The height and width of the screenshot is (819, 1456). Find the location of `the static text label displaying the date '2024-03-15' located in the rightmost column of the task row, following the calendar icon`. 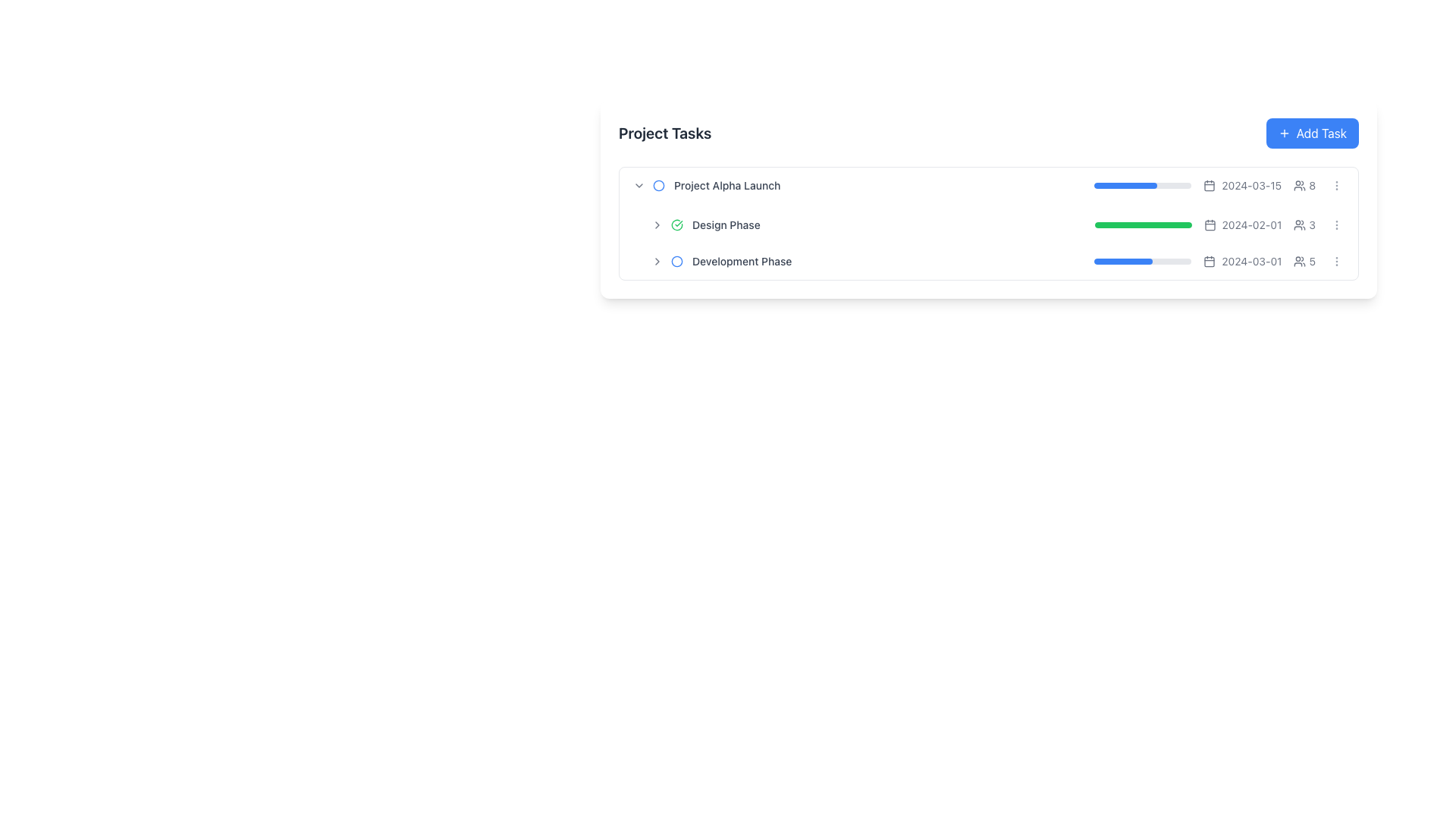

the static text label displaying the date '2024-03-15' located in the rightmost column of the task row, following the calendar icon is located at coordinates (1251, 185).